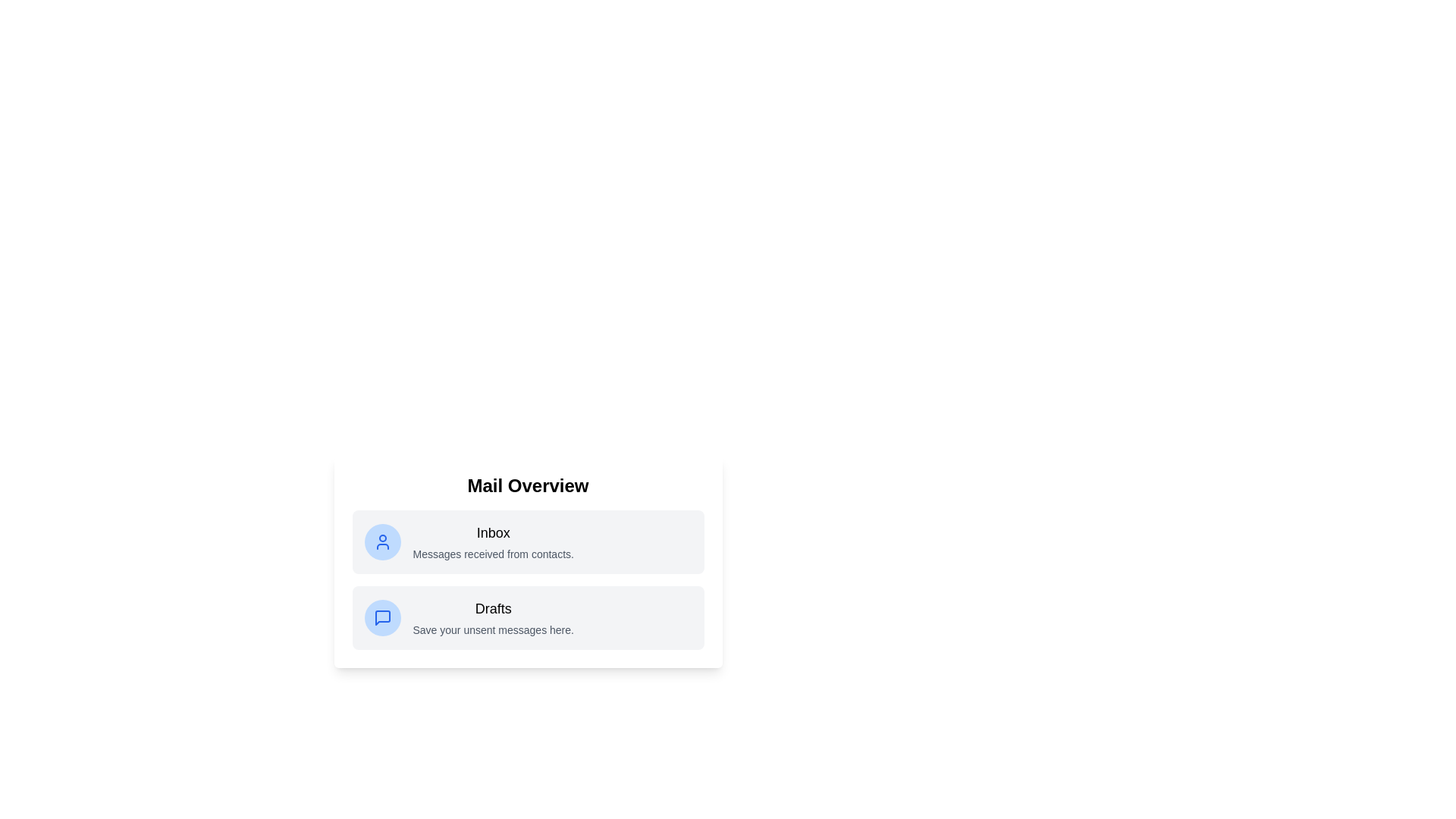 This screenshot has height=819, width=1456. Describe the element at coordinates (382, 541) in the screenshot. I see `the icon for the Inbox list item` at that location.